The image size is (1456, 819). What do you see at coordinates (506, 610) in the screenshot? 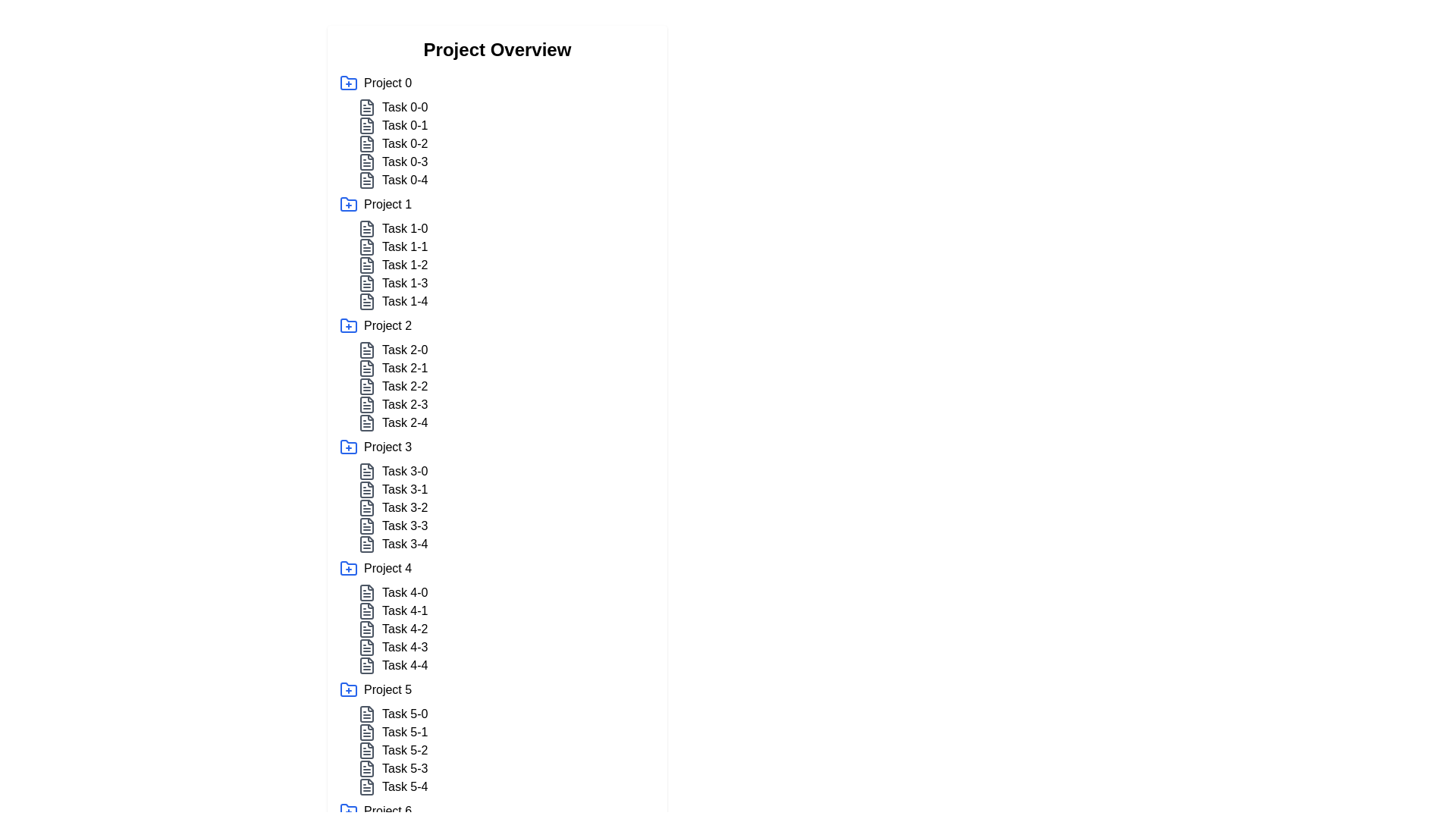
I see `the list item labeled 'Task 4-1', which is the second item in the 'Project 4' section` at bounding box center [506, 610].